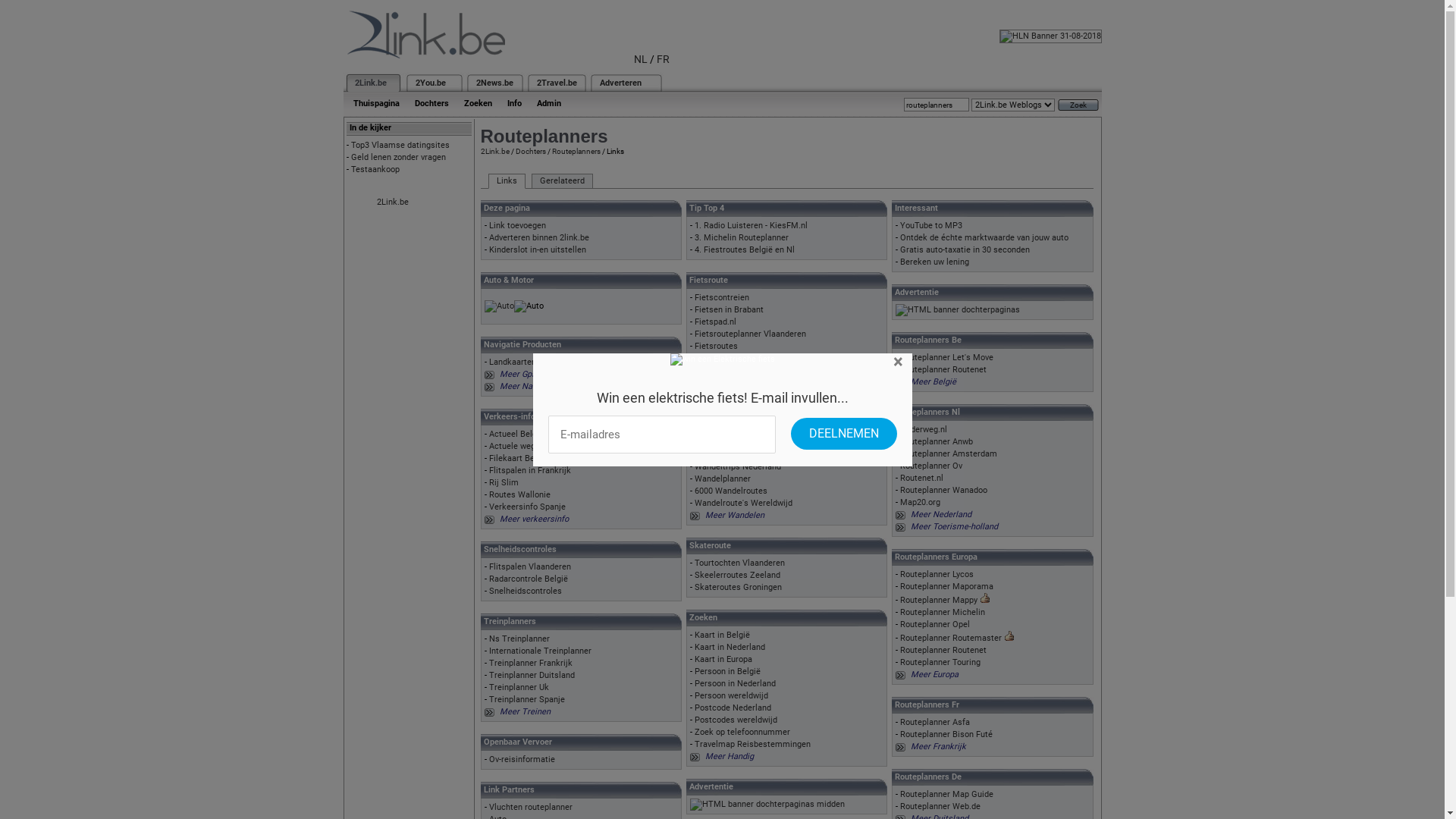  What do you see at coordinates (939, 661) in the screenshot?
I see `'Routeplanner Touring'` at bounding box center [939, 661].